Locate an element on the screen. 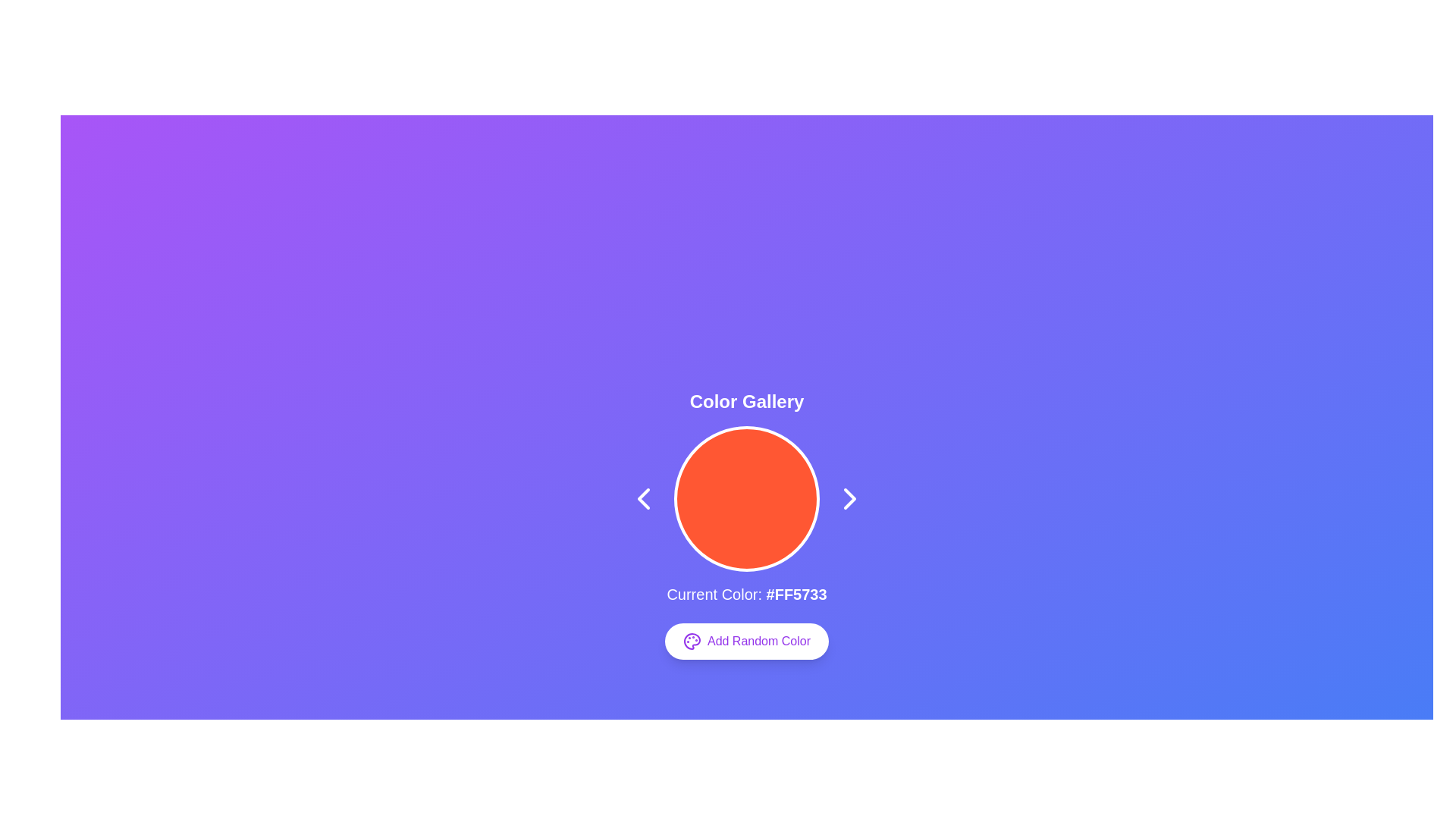  the 'Add Random Color' button, which is styled with a white background, purple text, and an icon resembling a palette, located beneath the 'Current Color: #FF5733' text and the large colored circle in the 'Color Gallery' section is located at coordinates (746, 641).